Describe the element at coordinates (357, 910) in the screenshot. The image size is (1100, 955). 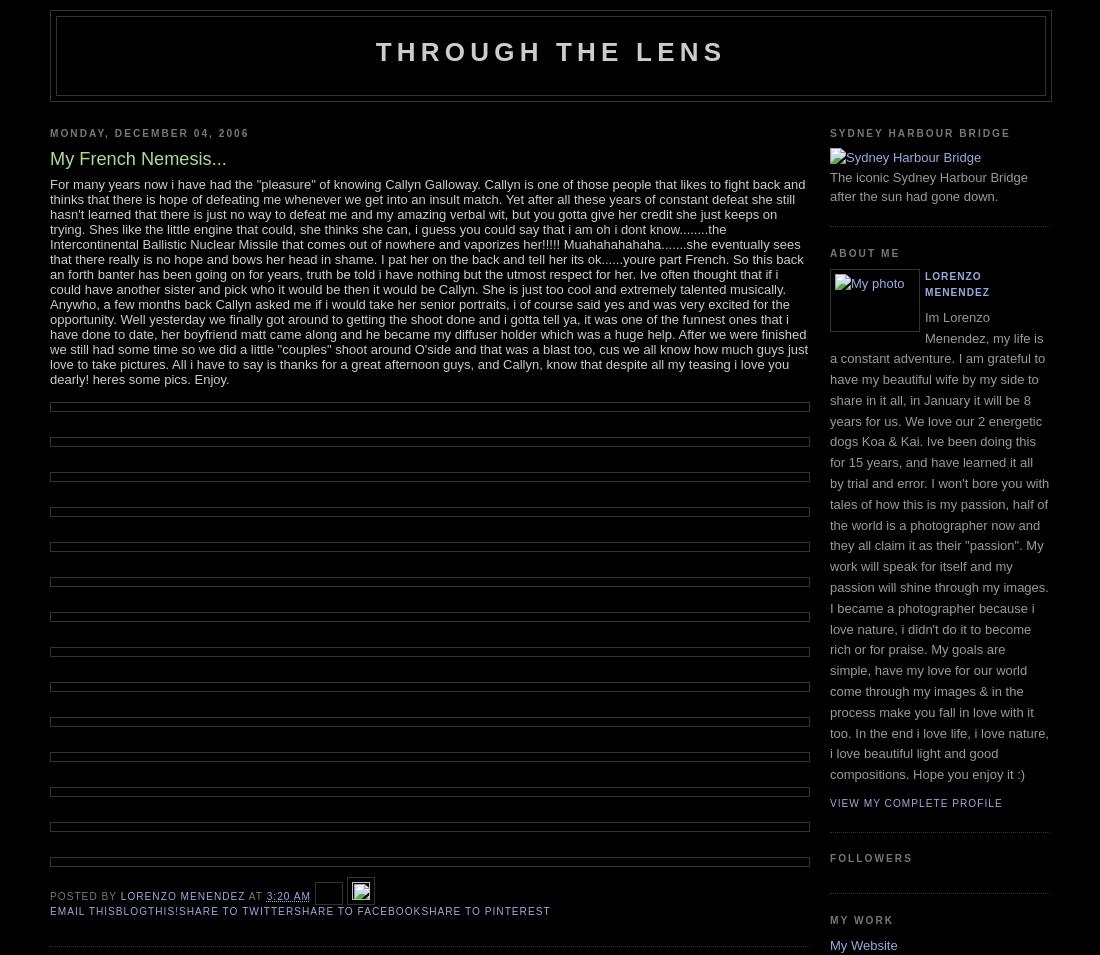
I see `'Share to Facebook'` at that location.